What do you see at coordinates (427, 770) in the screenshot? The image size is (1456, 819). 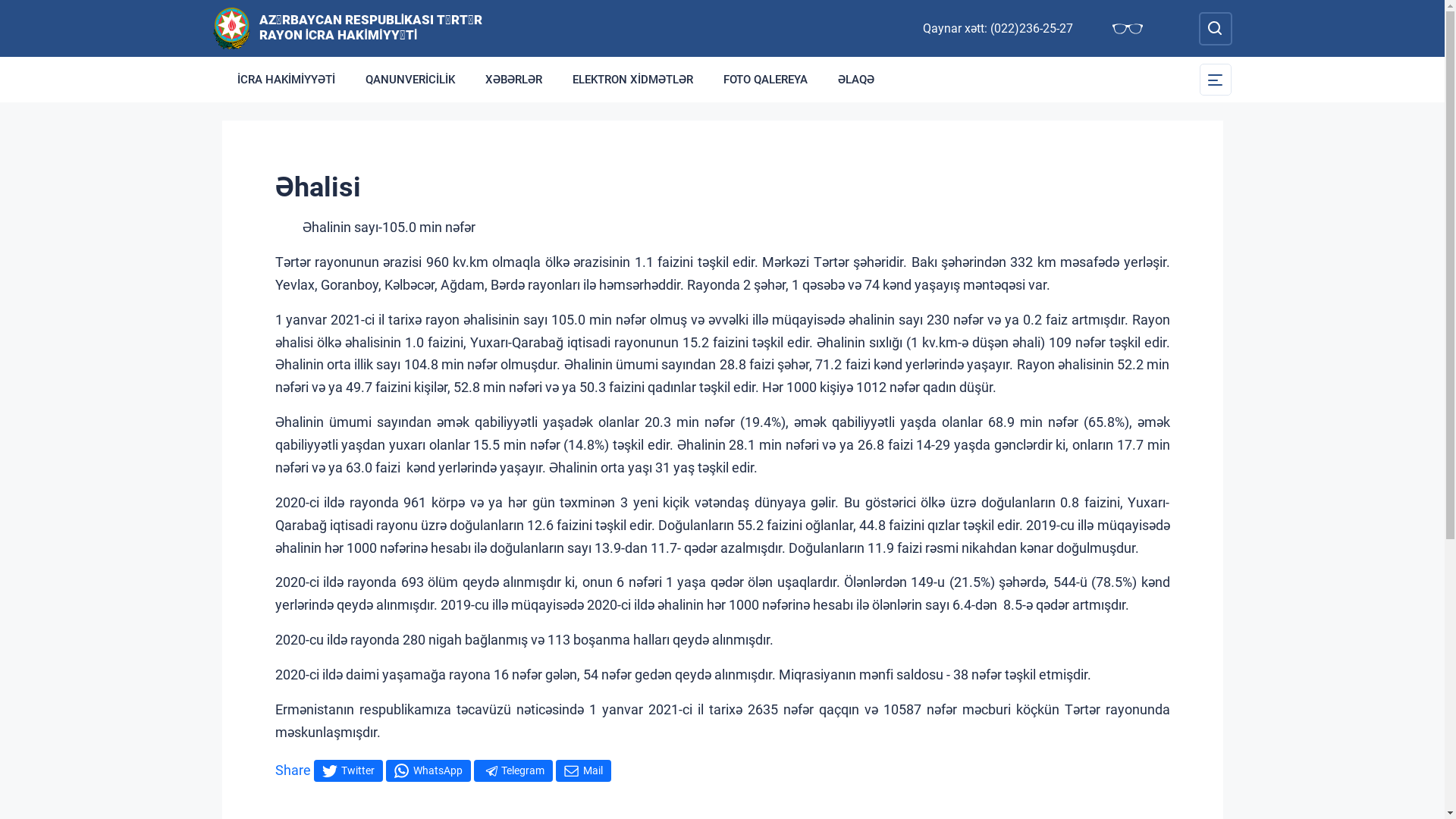 I see `'WhatsApp'` at bounding box center [427, 770].